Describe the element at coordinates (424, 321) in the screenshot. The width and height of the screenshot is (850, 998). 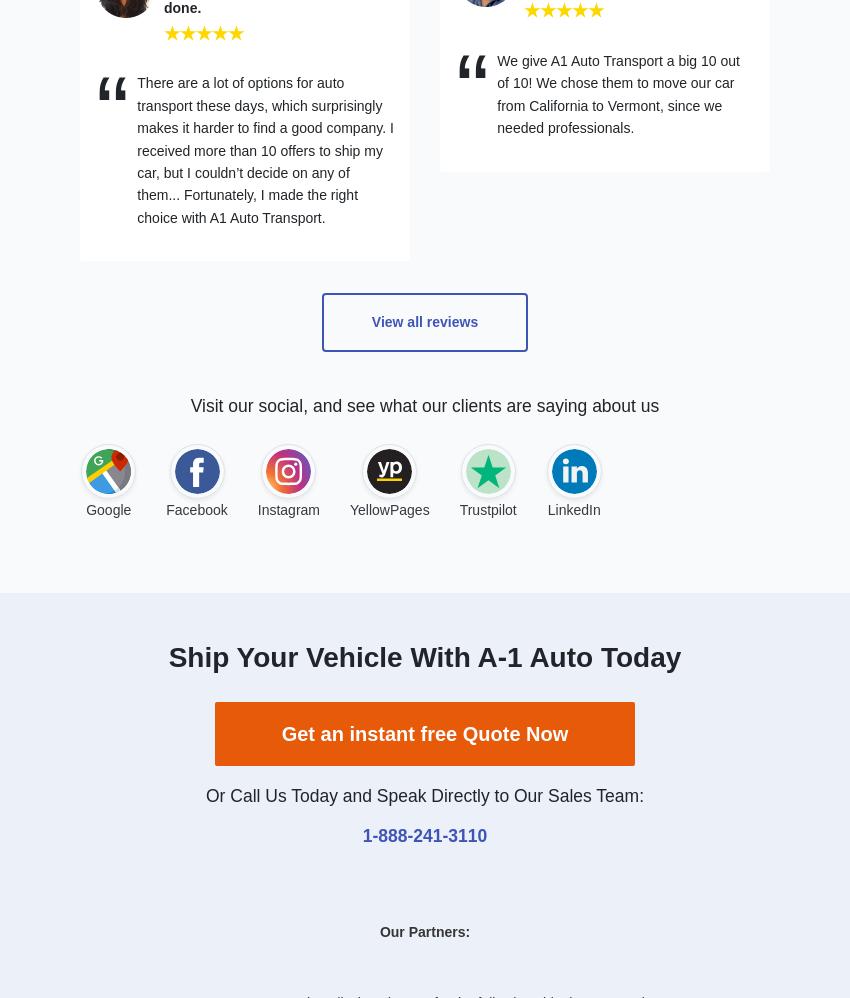
I see `'View all reviews'` at that location.